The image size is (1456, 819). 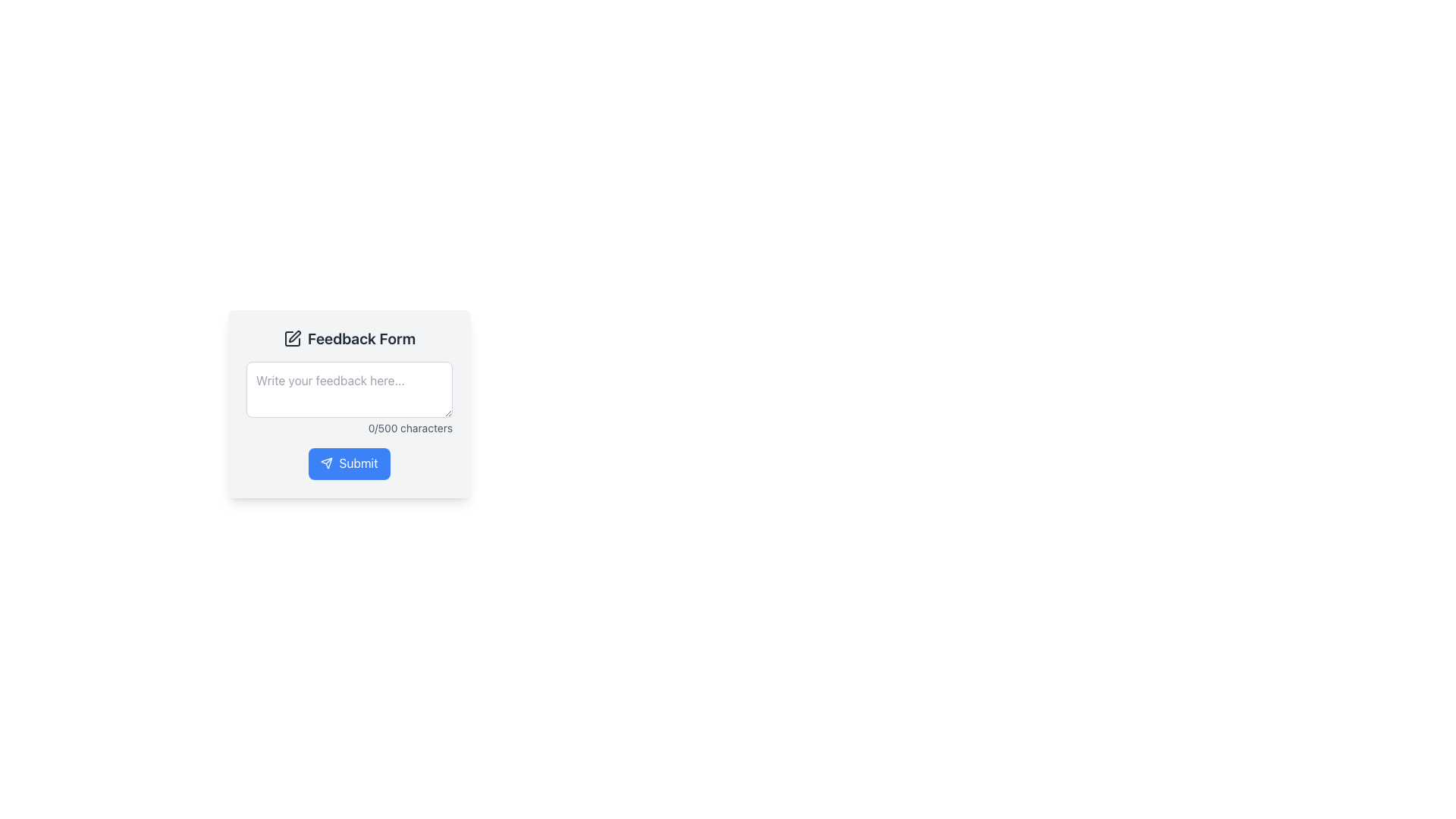 I want to click on the Character Counter element that indicates the number of characters entered in the feedback input box, positioned below the feedback input field and above the 'Submit' button, so click(x=348, y=428).